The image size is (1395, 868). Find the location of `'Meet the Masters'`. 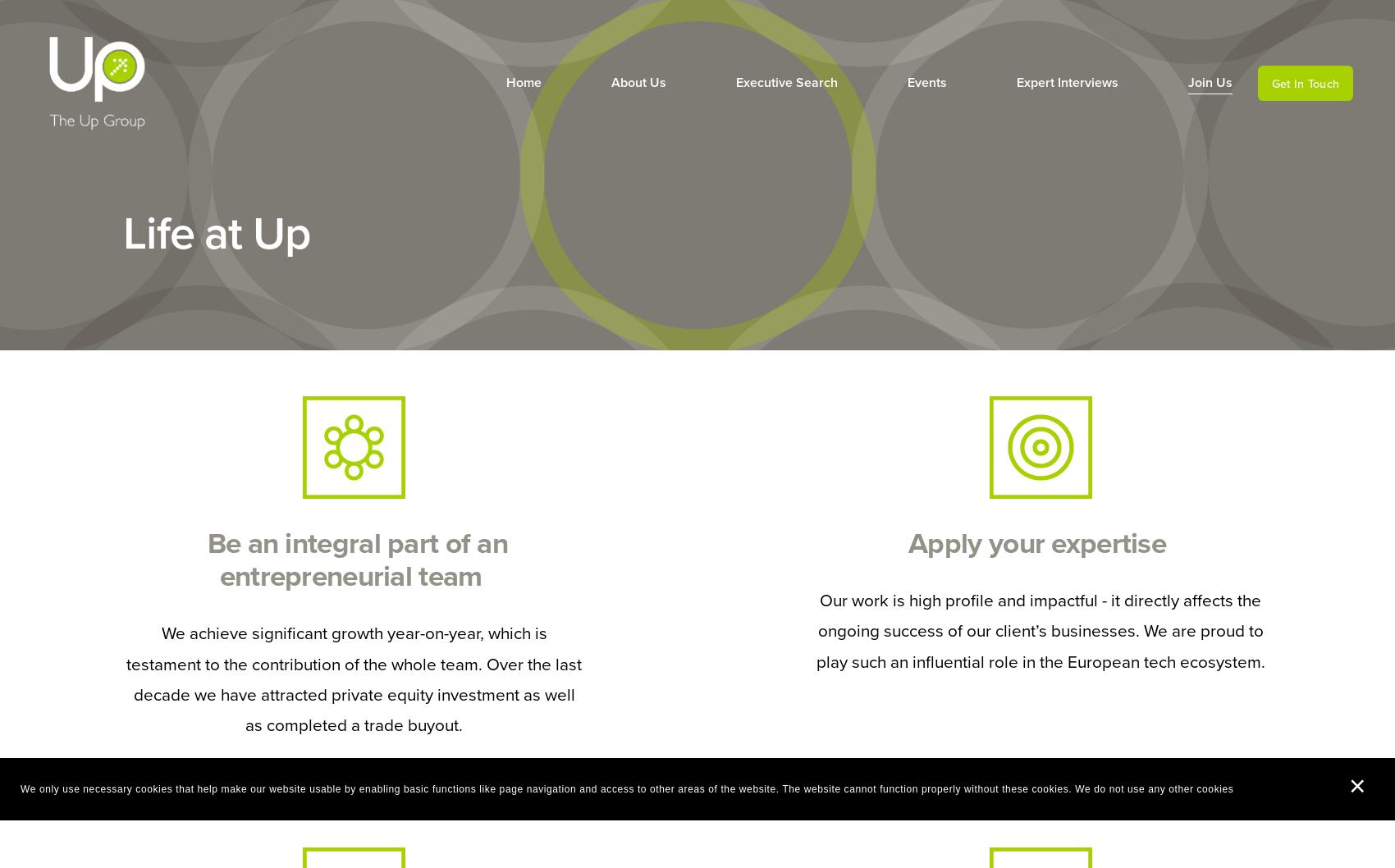

'Meet the Masters' is located at coordinates (1014, 130).